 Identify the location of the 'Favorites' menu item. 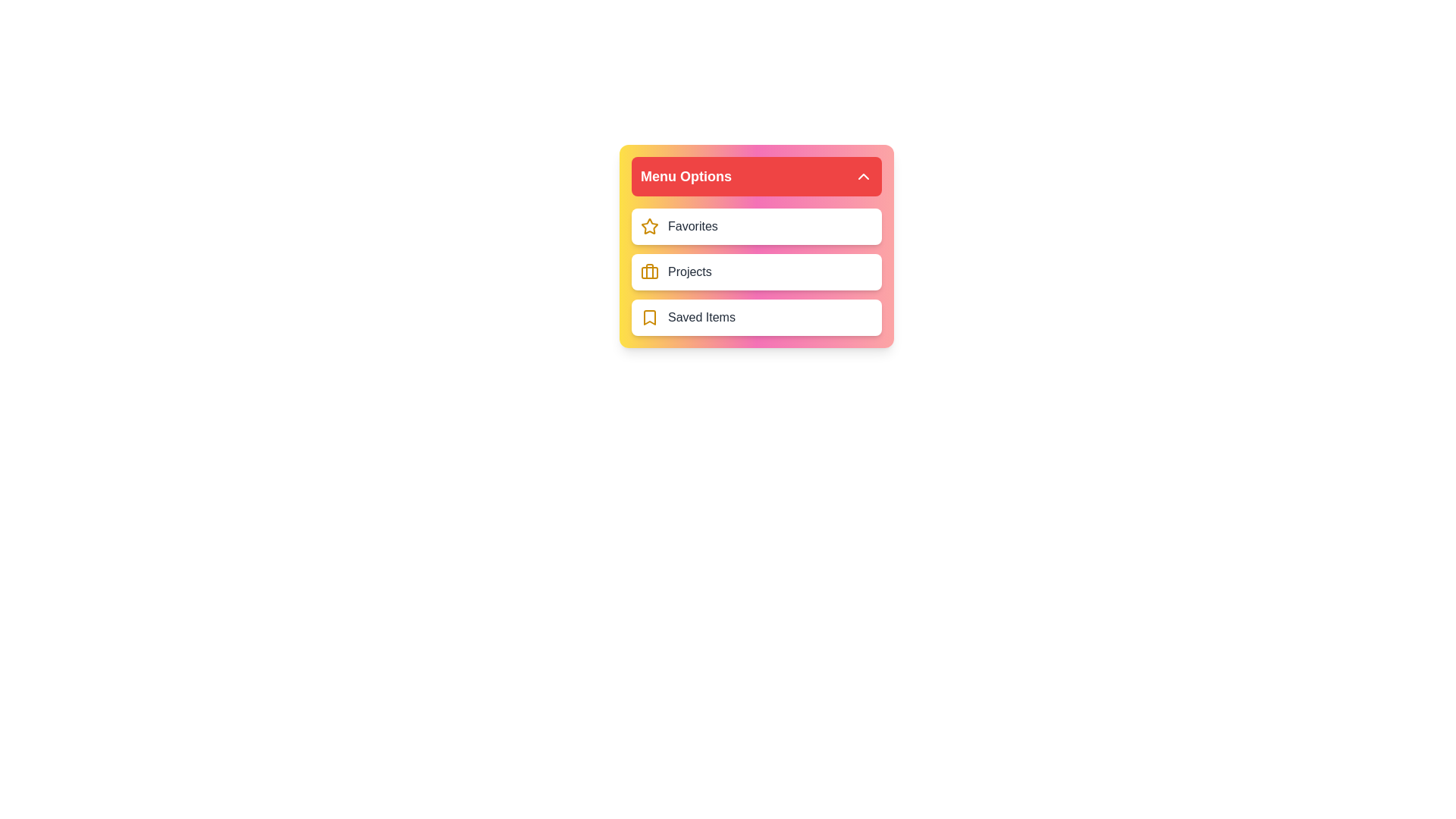
(757, 227).